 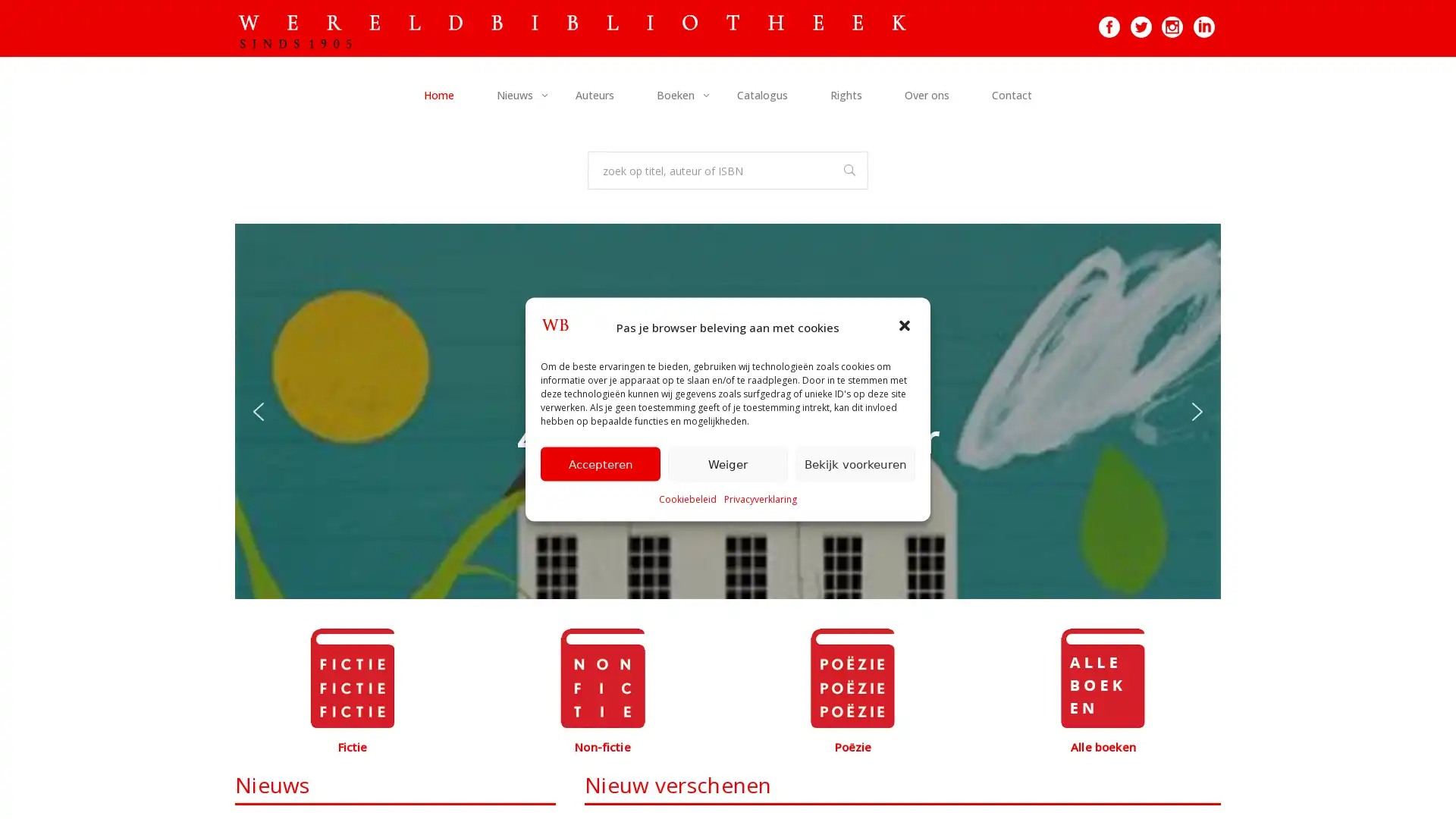 I want to click on next arrow, so click(x=1197, y=411).